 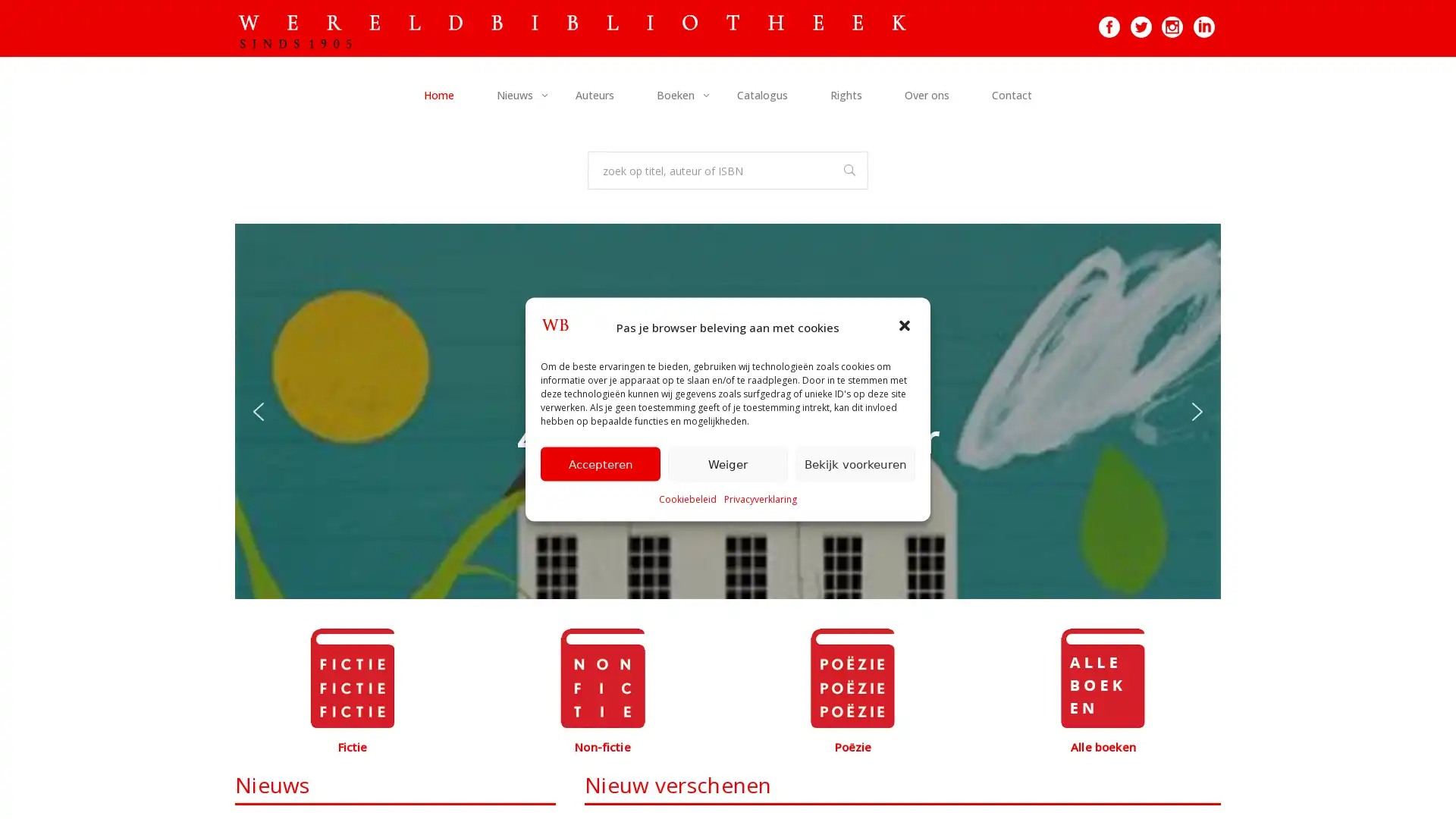 I want to click on next arrow, so click(x=1197, y=411).